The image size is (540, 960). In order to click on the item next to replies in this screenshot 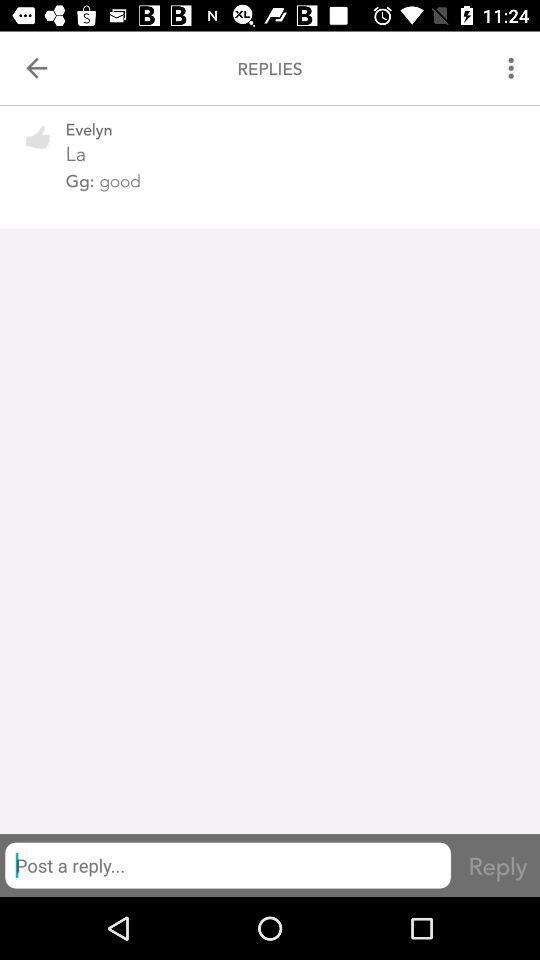, I will do `click(513, 68)`.